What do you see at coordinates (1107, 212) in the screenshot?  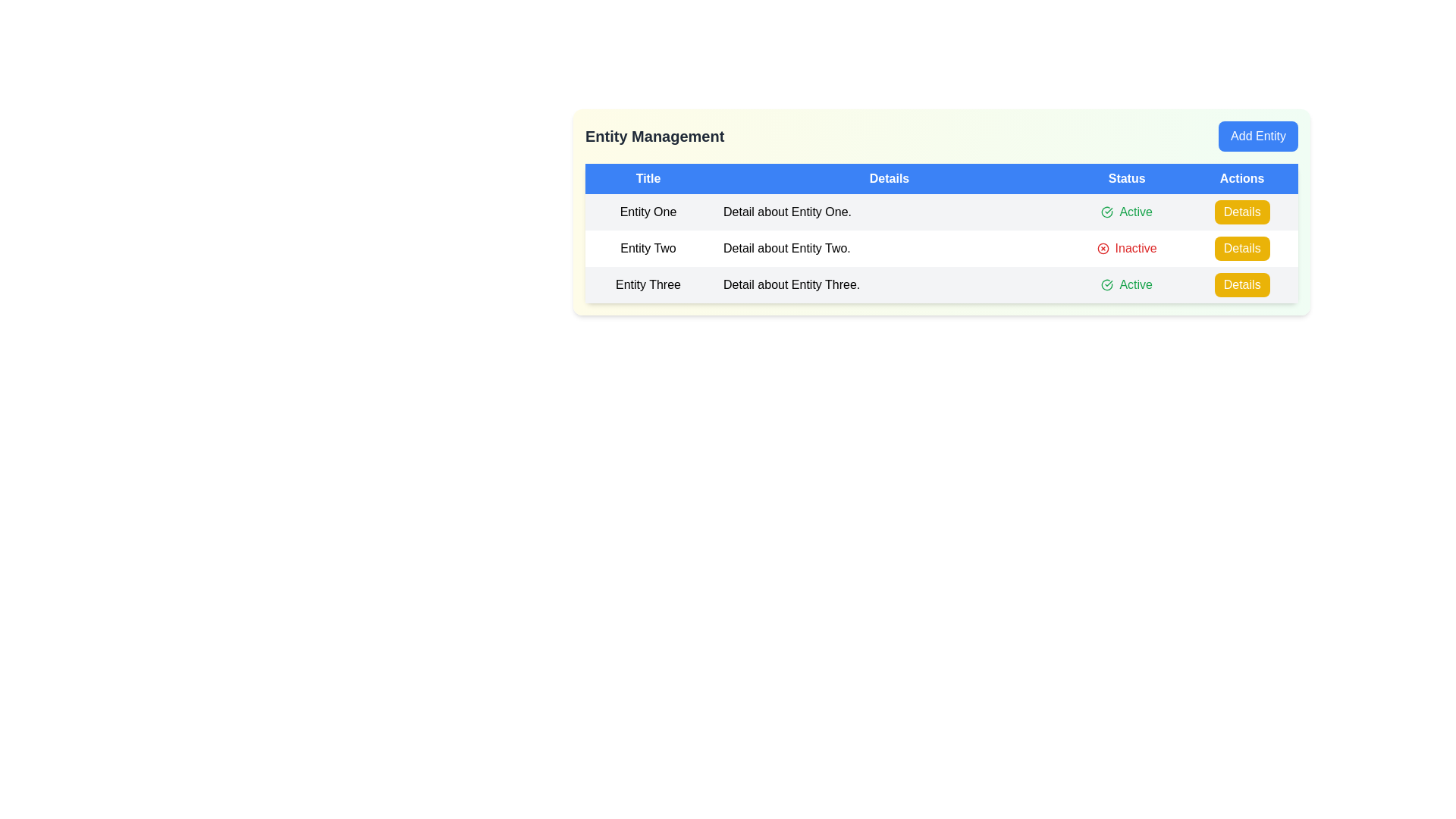 I see `the decorative icon representing the status of 'Entity Three' located in the 'Status' column, which shows a checkmark indicating an active status` at bounding box center [1107, 212].